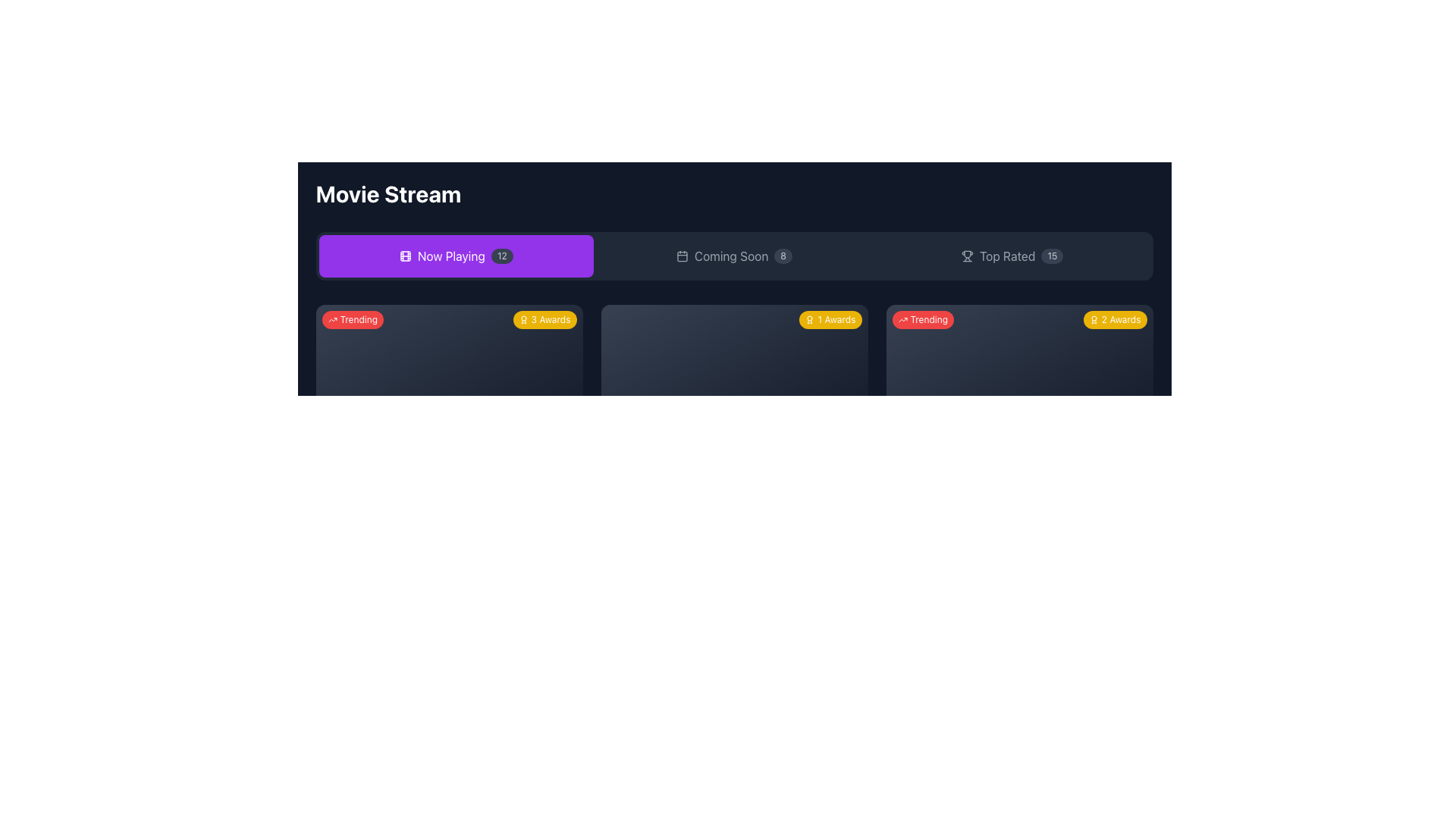 This screenshot has width=1456, height=819. What do you see at coordinates (405, 256) in the screenshot?
I see `the small purple rectangle with rounded corners, part of the filmstrip icon located to the left of the 'Now Playing' button` at bounding box center [405, 256].